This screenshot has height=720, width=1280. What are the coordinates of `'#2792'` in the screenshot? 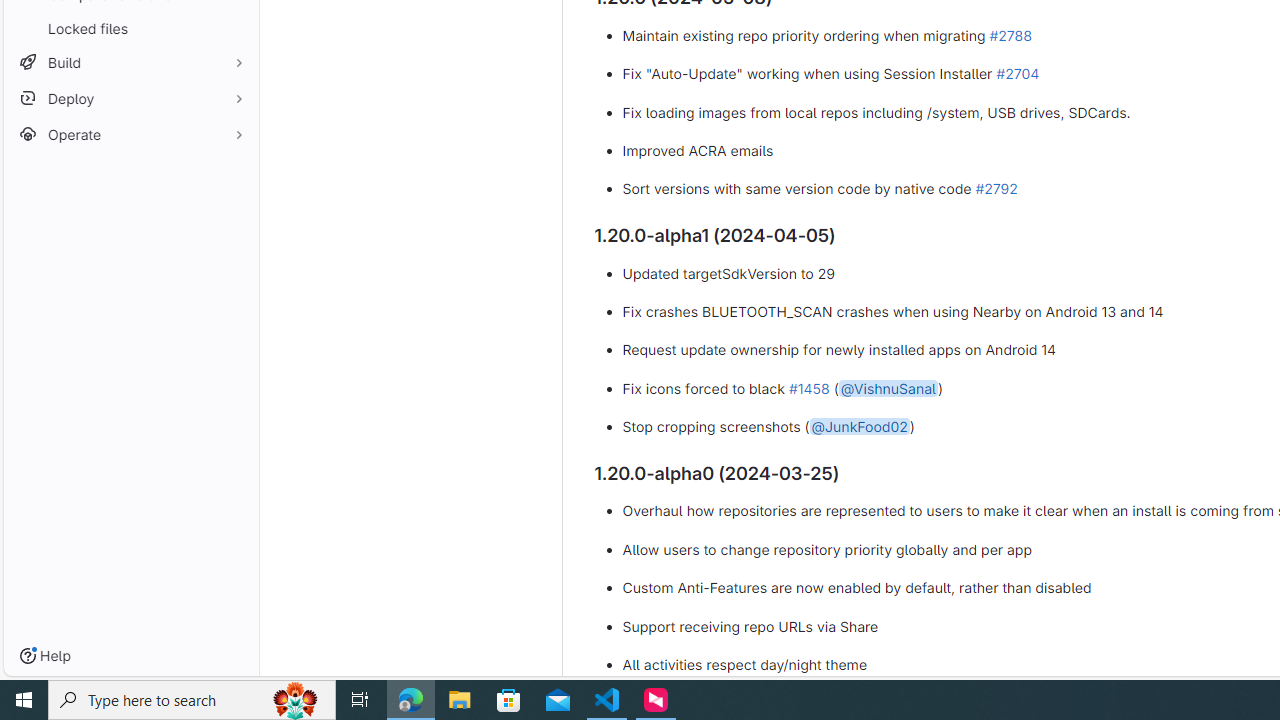 It's located at (996, 189).